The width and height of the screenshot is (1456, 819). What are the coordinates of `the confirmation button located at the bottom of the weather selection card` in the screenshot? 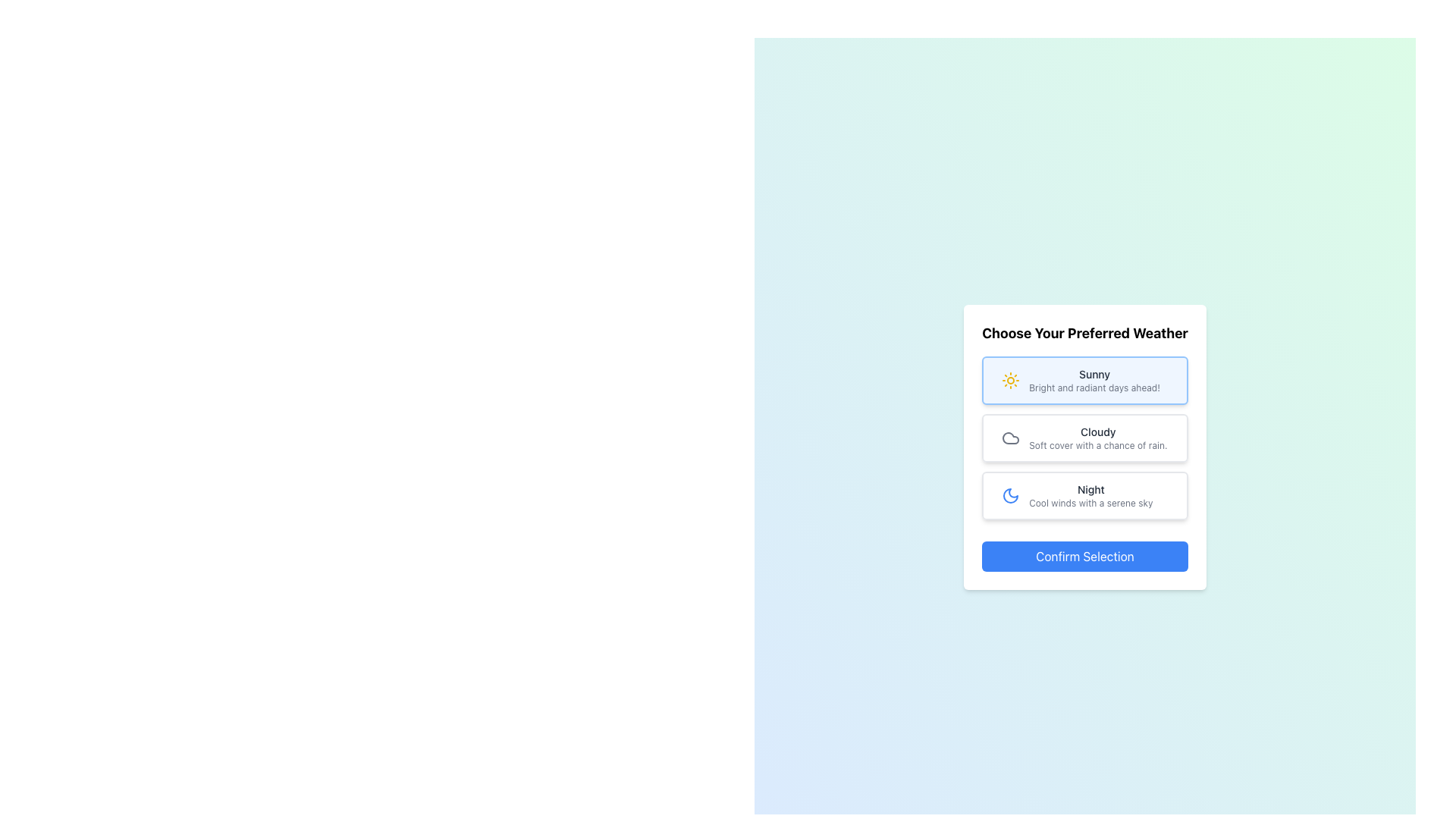 It's located at (1084, 556).